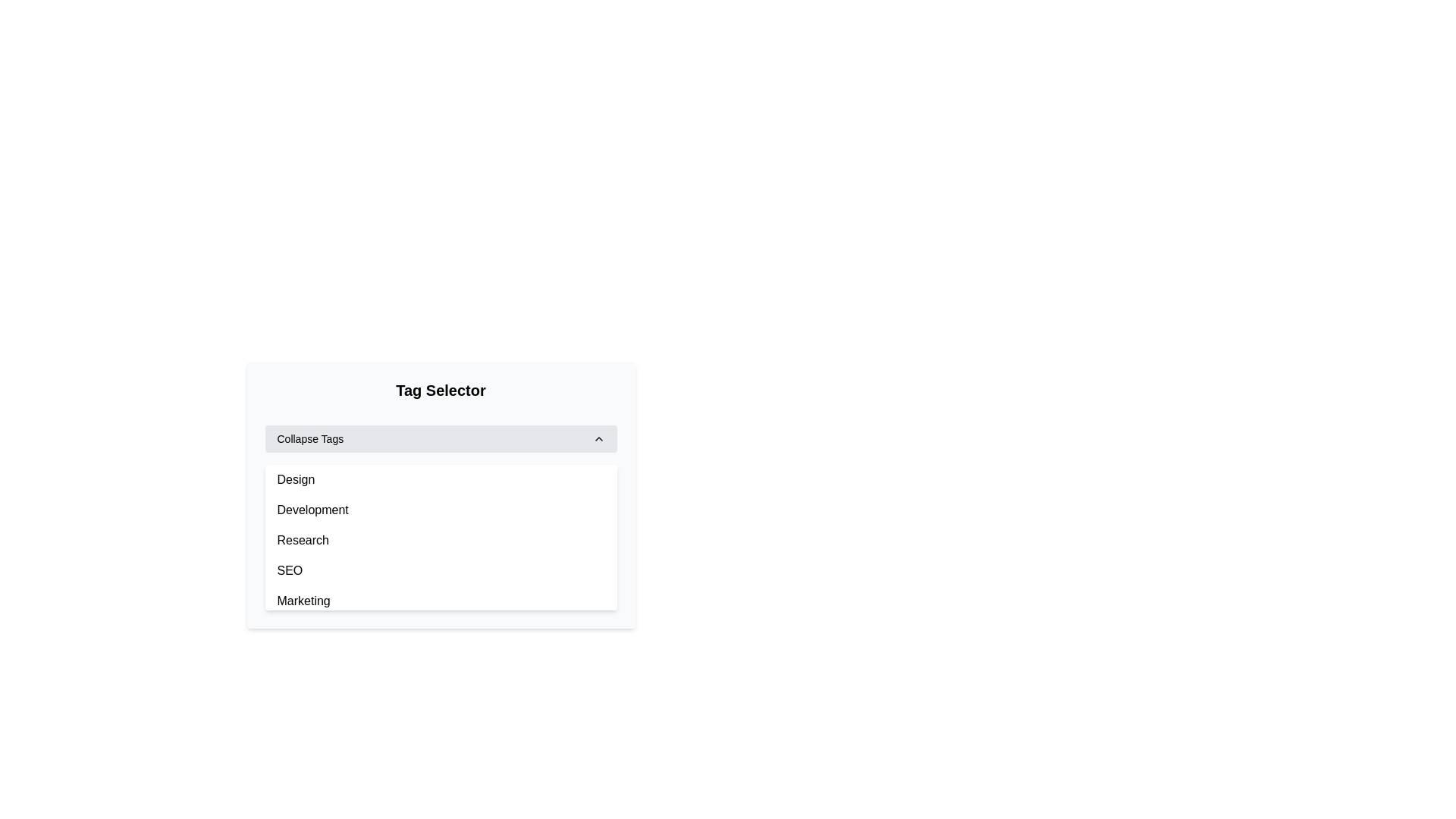 The width and height of the screenshot is (1456, 819). I want to click on the upward chevron icon located at the far right of the 'Collapse Tags' section, so click(598, 438).